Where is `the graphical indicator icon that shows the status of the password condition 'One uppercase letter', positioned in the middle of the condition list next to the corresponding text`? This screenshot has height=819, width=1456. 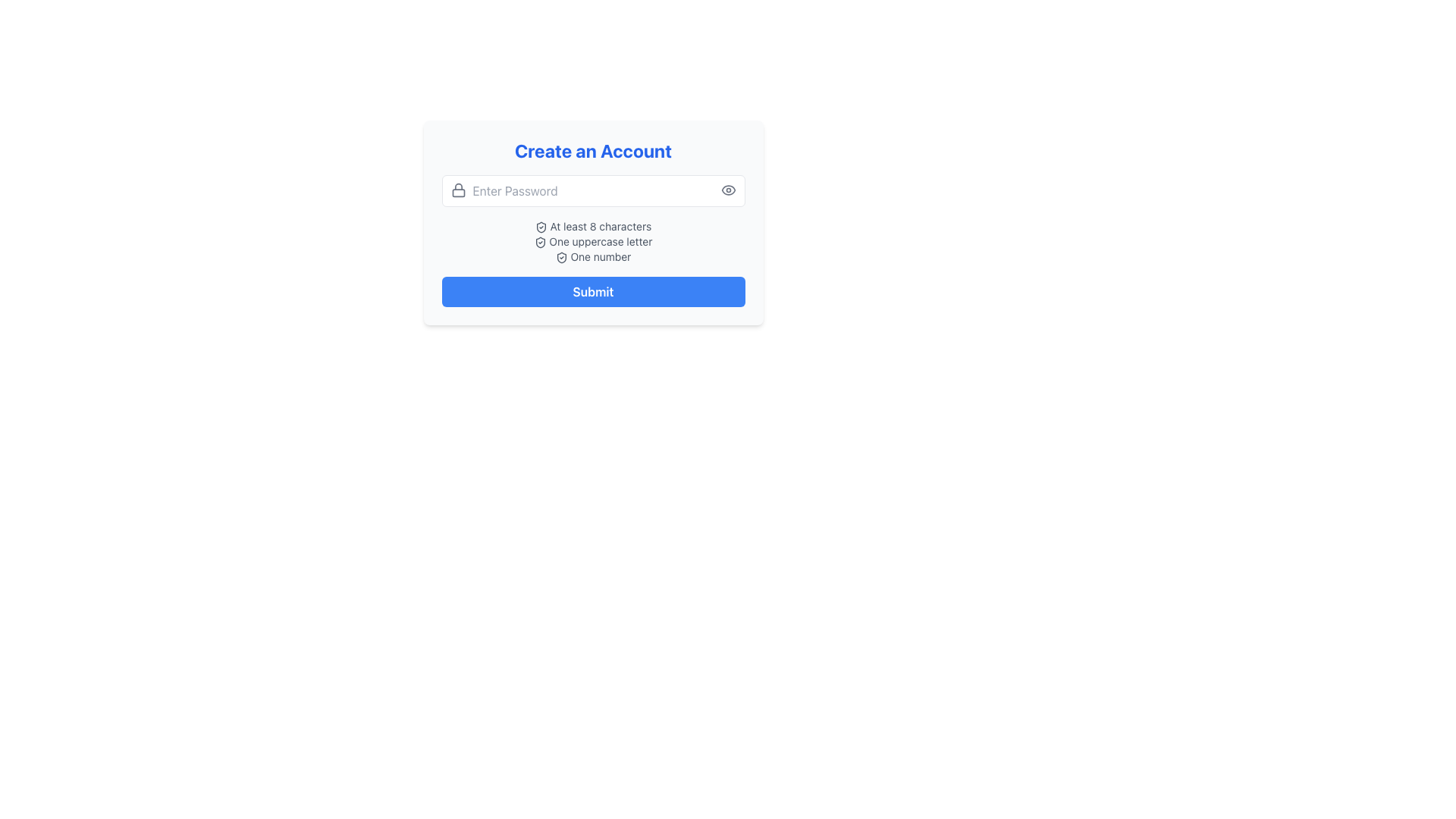
the graphical indicator icon that shows the status of the password condition 'One uppercase letter', positioned in the middle of the condition list next to the corresponding text is located at coordinates (540, 242).